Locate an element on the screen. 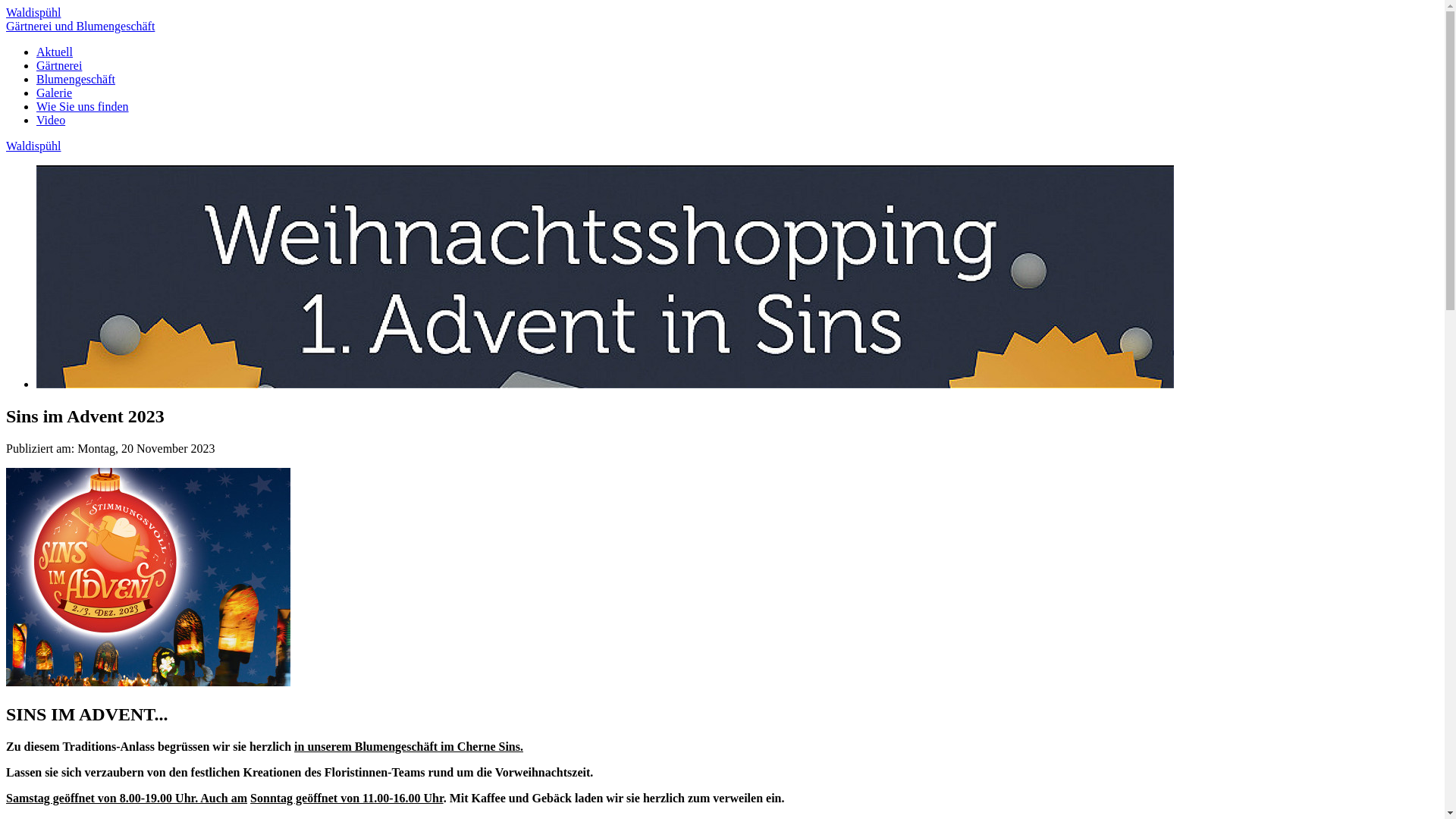 This screenshot has height=819, width=1456. 'Video' is located at coordinates (51, 119).